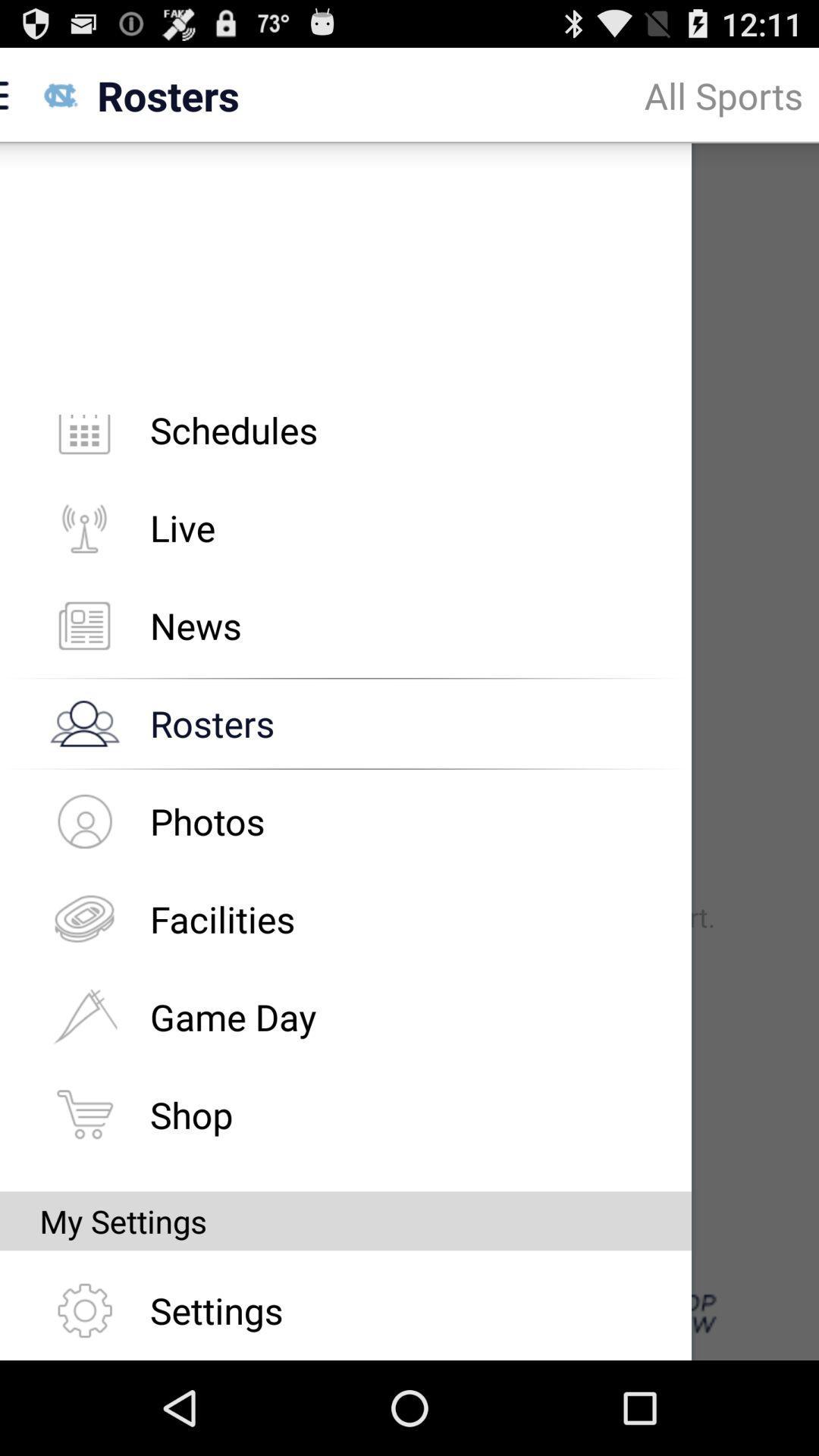 The width and height of the screenshot is (819, 1456). What do you see at coordinates (84, 723) in the screenshot?
I see `roasters icon down to the news icon` at bounding box center [84, 723].